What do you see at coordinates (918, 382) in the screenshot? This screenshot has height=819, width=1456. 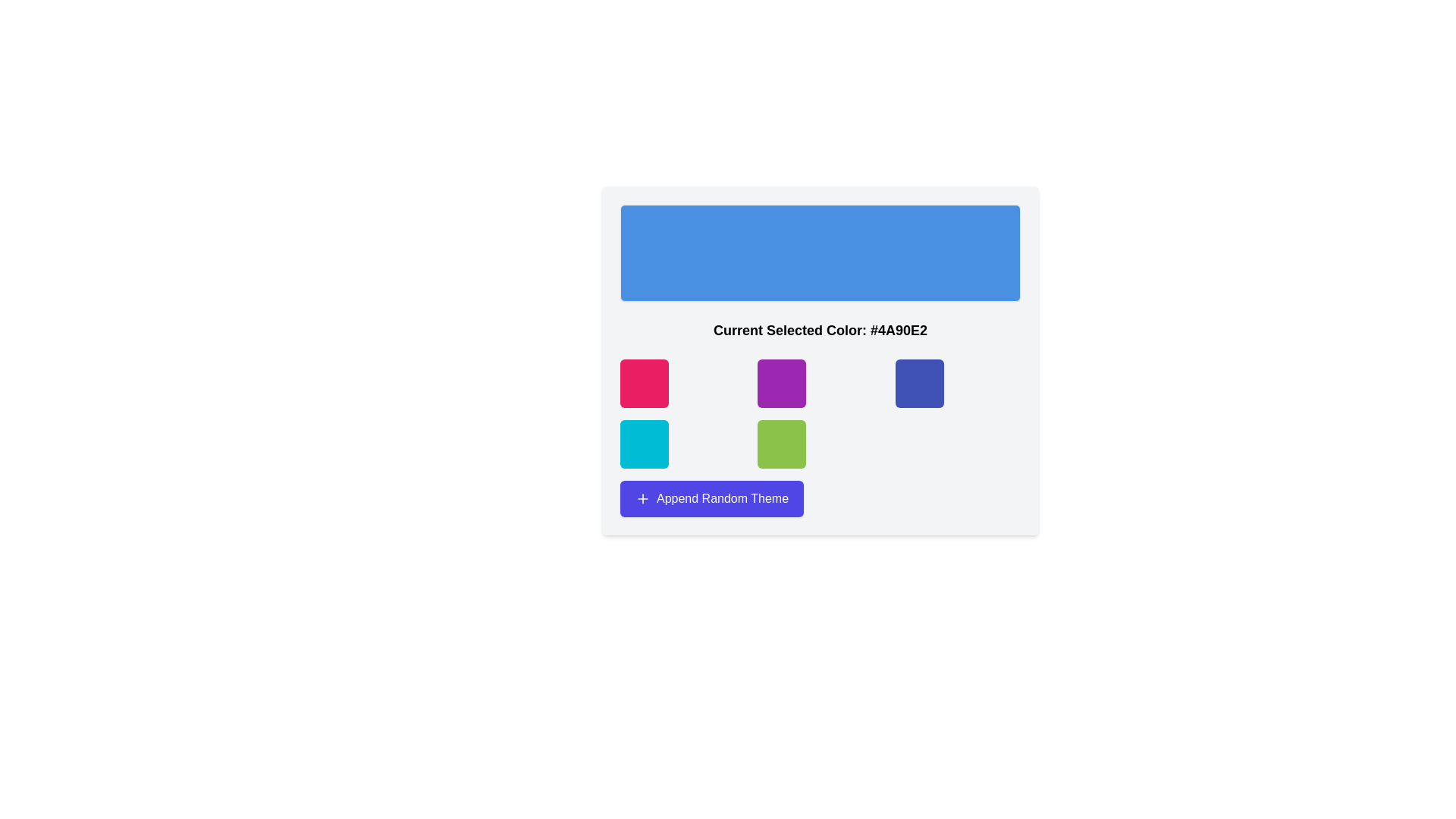 I see `the blue rounded square button located` at bounding box center [918, 382].